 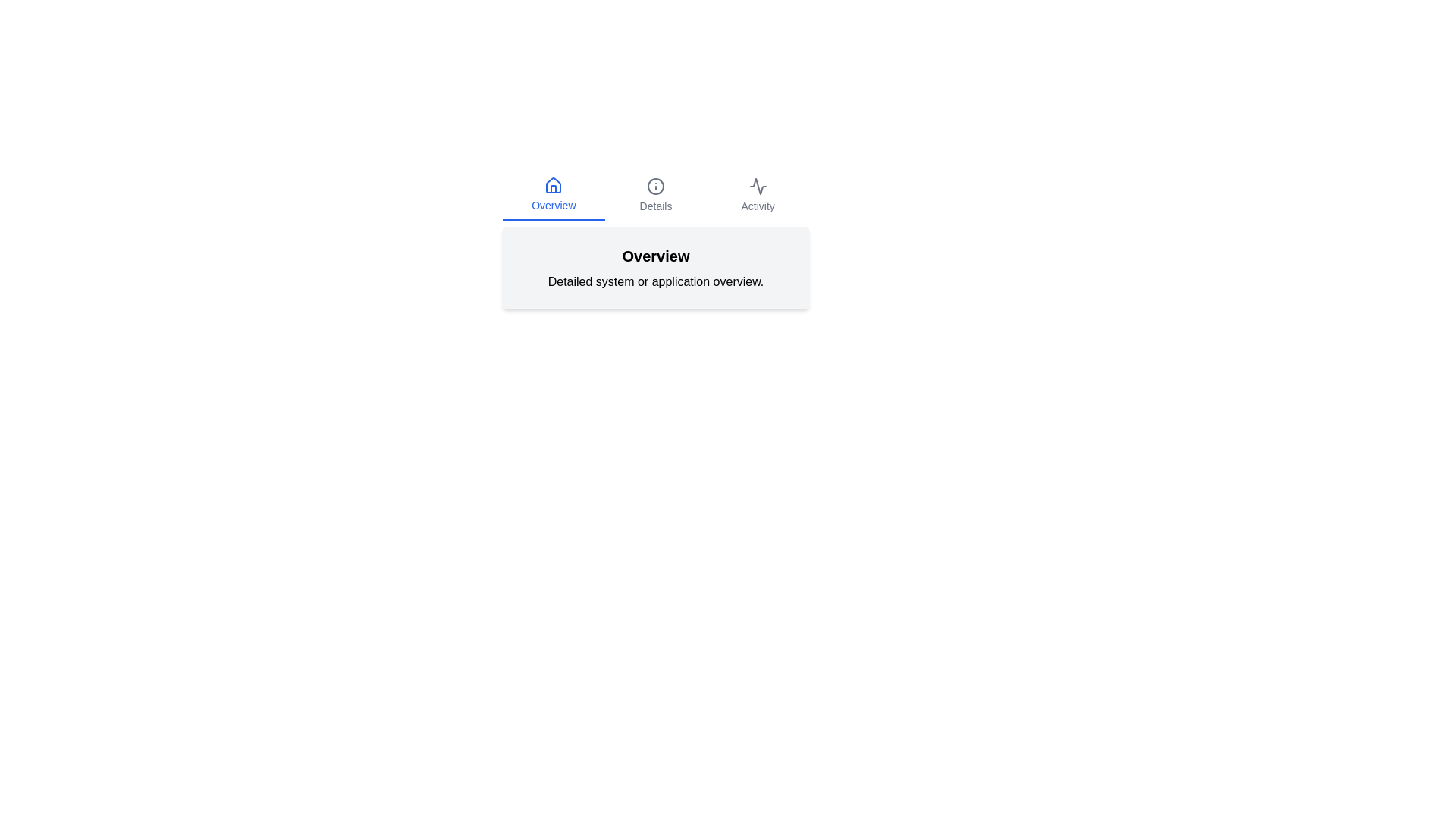 What do you see at coordinates (552, 185) in the screenshot?
I see `the icon of the tab labeled Overview` at bounding box center [552, 185].